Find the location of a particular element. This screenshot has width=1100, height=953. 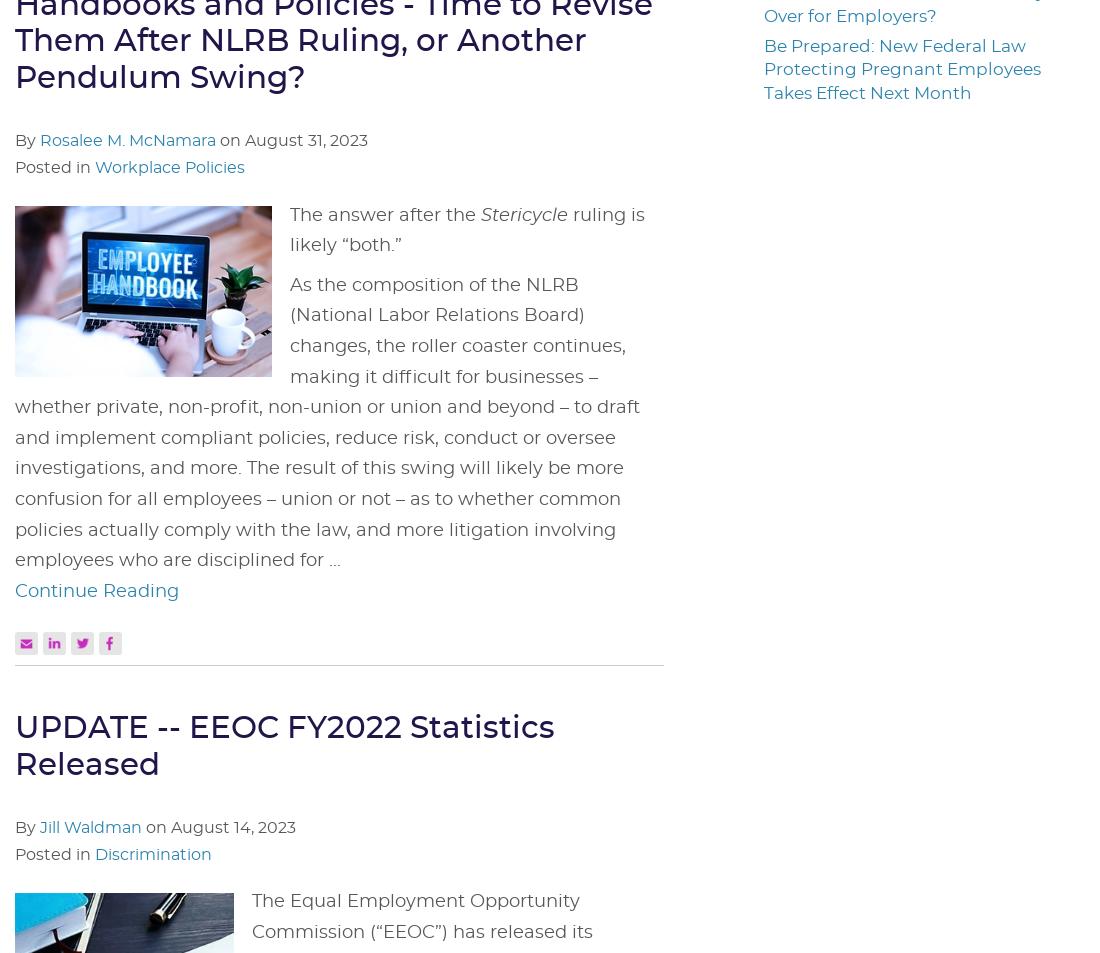

'Jill  Waldman' is located at coordinates (90, 827).